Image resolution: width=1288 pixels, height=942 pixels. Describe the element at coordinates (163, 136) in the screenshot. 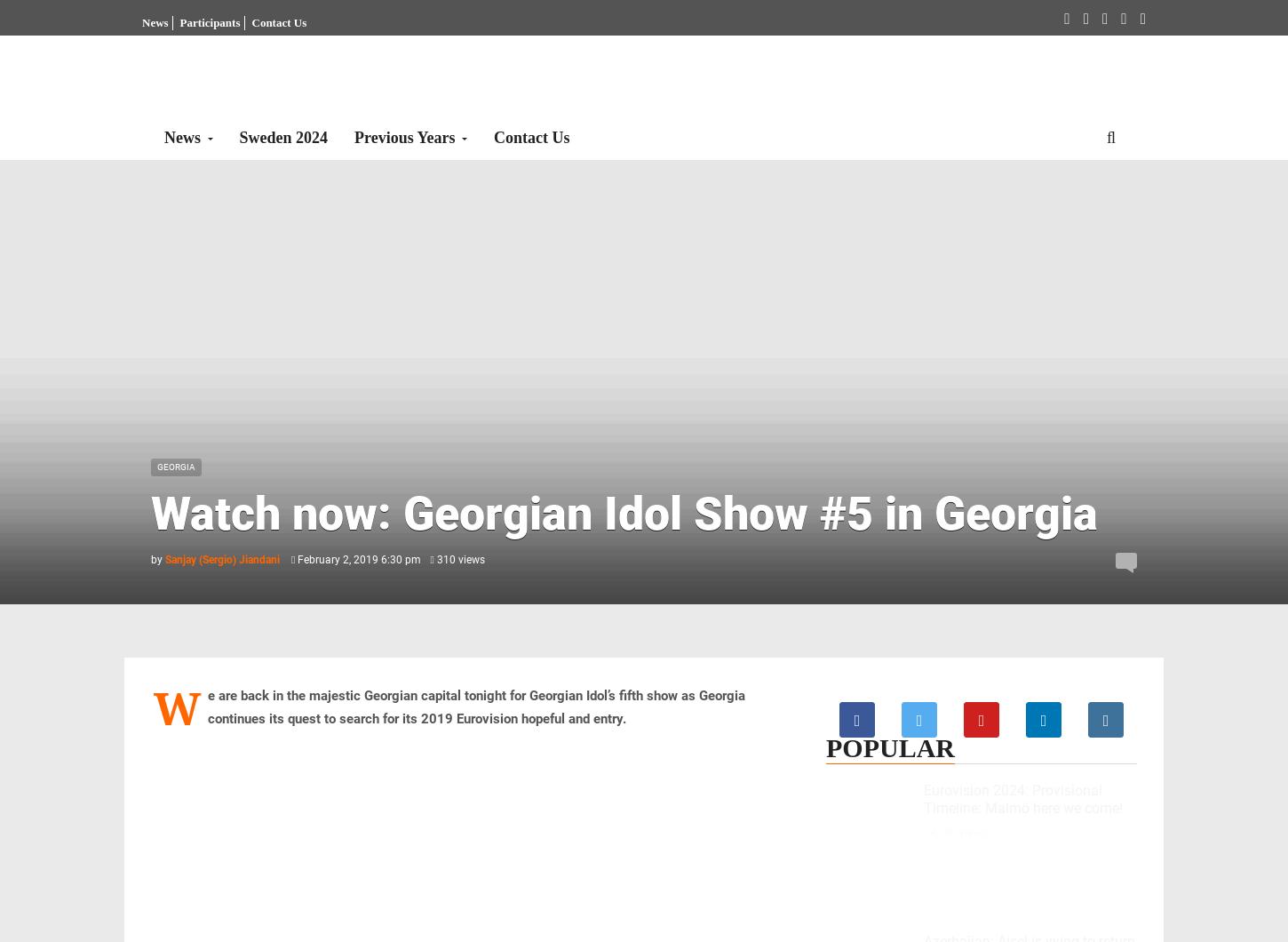

I see `'News'` at that location.